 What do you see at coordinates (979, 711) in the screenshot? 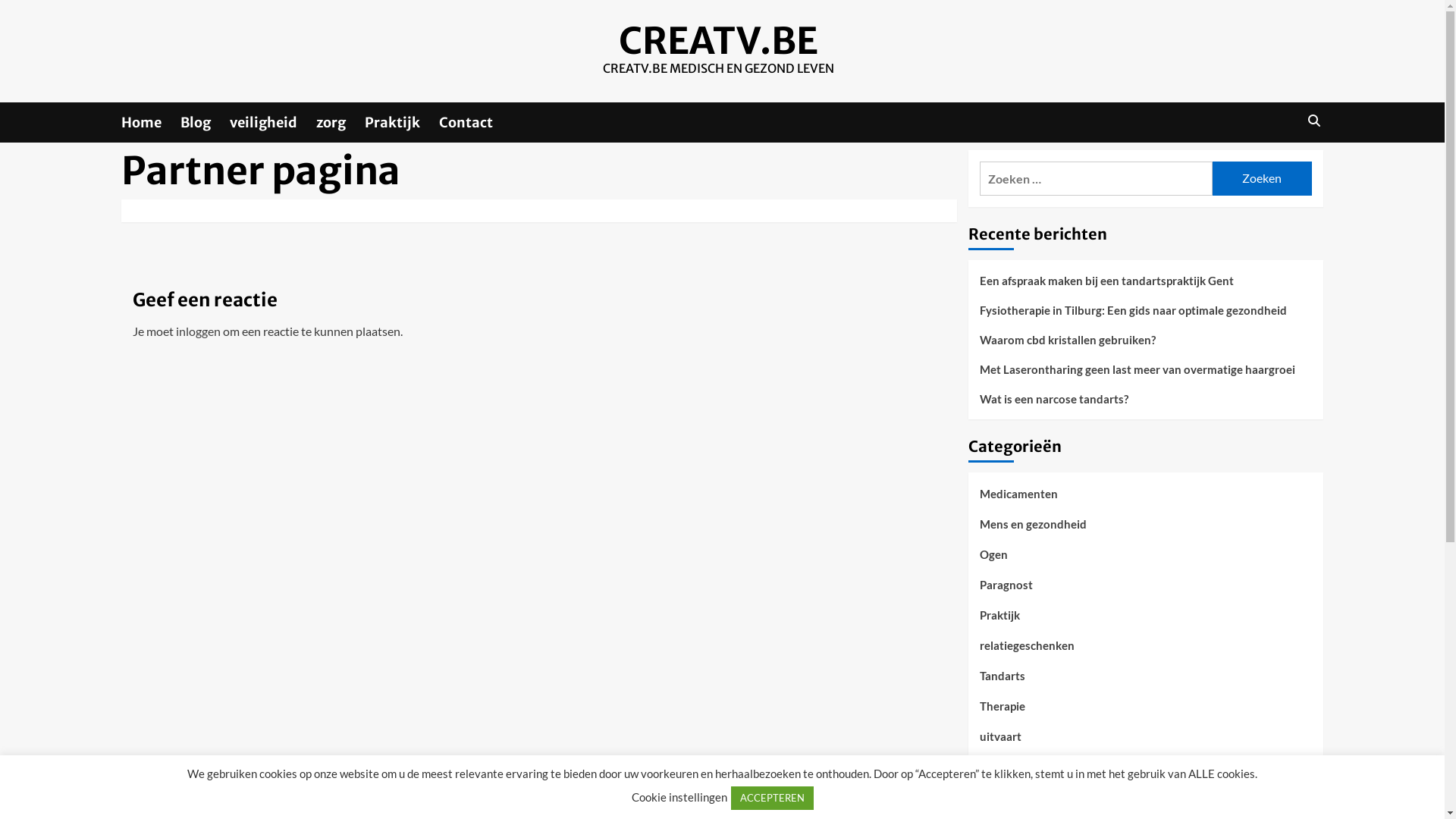
I see `'Therapie'` at bounding box center [979, 711].